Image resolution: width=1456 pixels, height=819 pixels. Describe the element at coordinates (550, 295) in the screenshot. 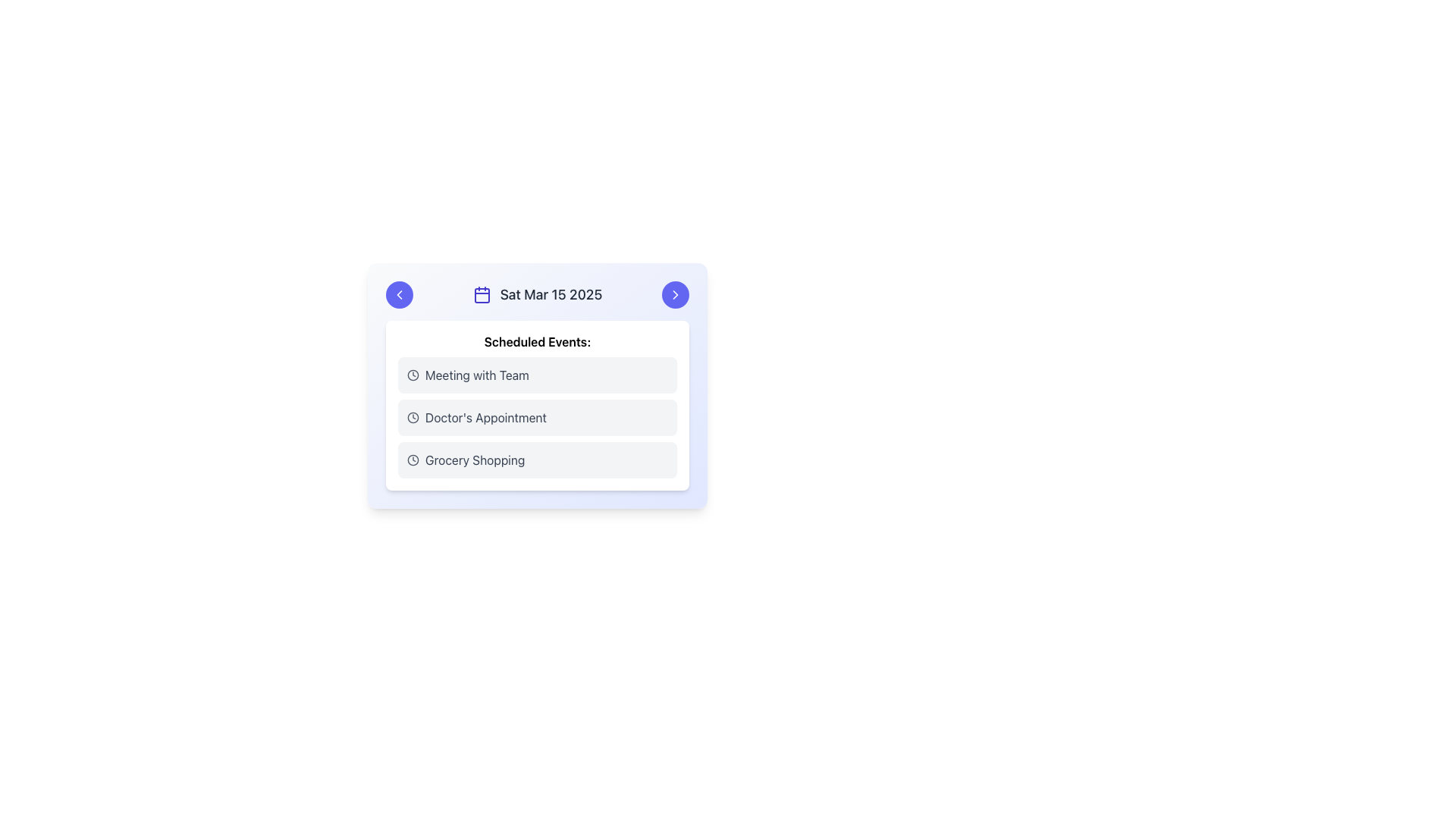

I see `the text label displaying the date 'Sat Mar 15 2025', which is positioned to the right of a calendar icon within a card layout` at that location.